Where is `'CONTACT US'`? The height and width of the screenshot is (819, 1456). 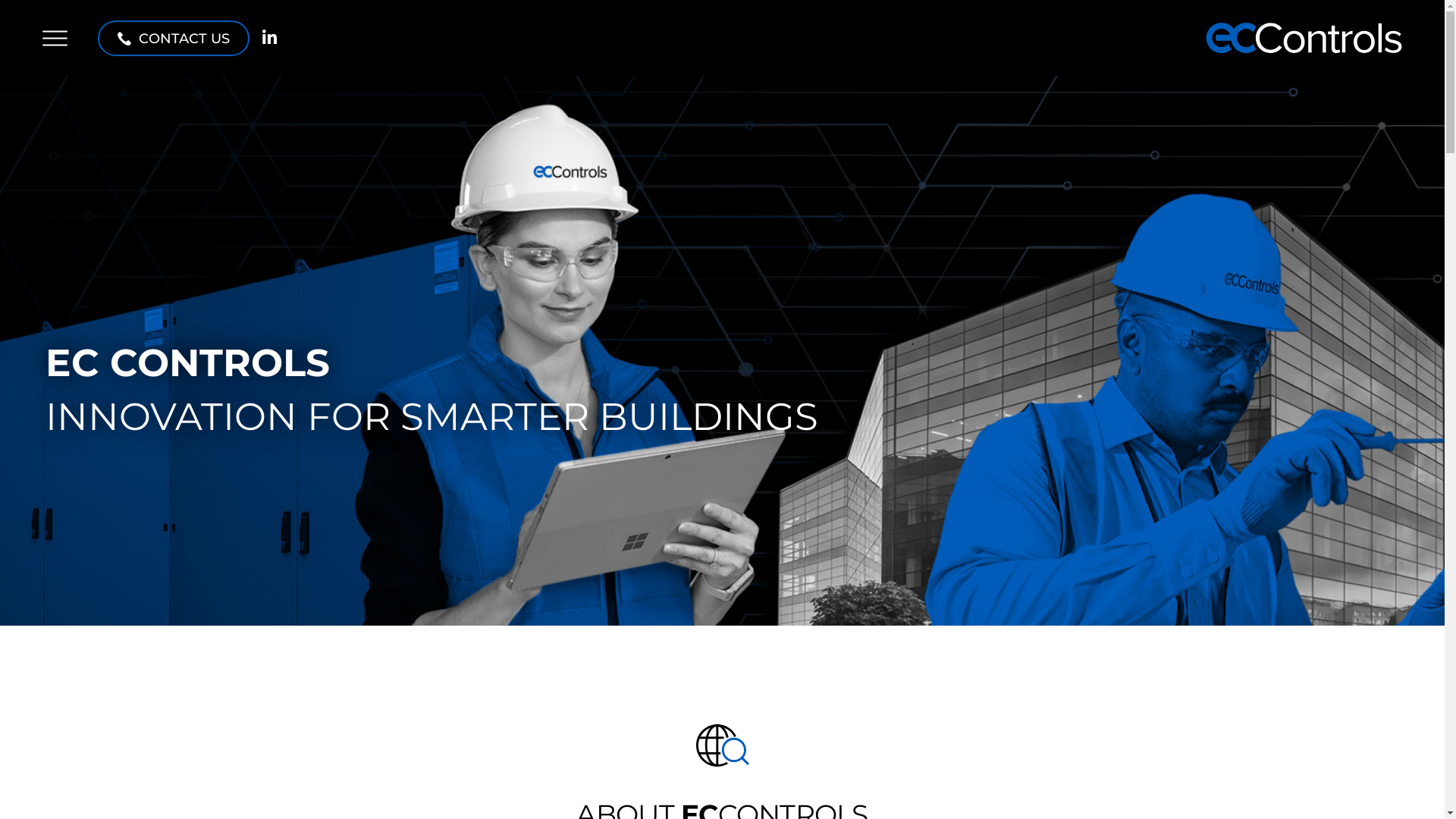 'CONTACT US' is located at coordinates (174, 36).